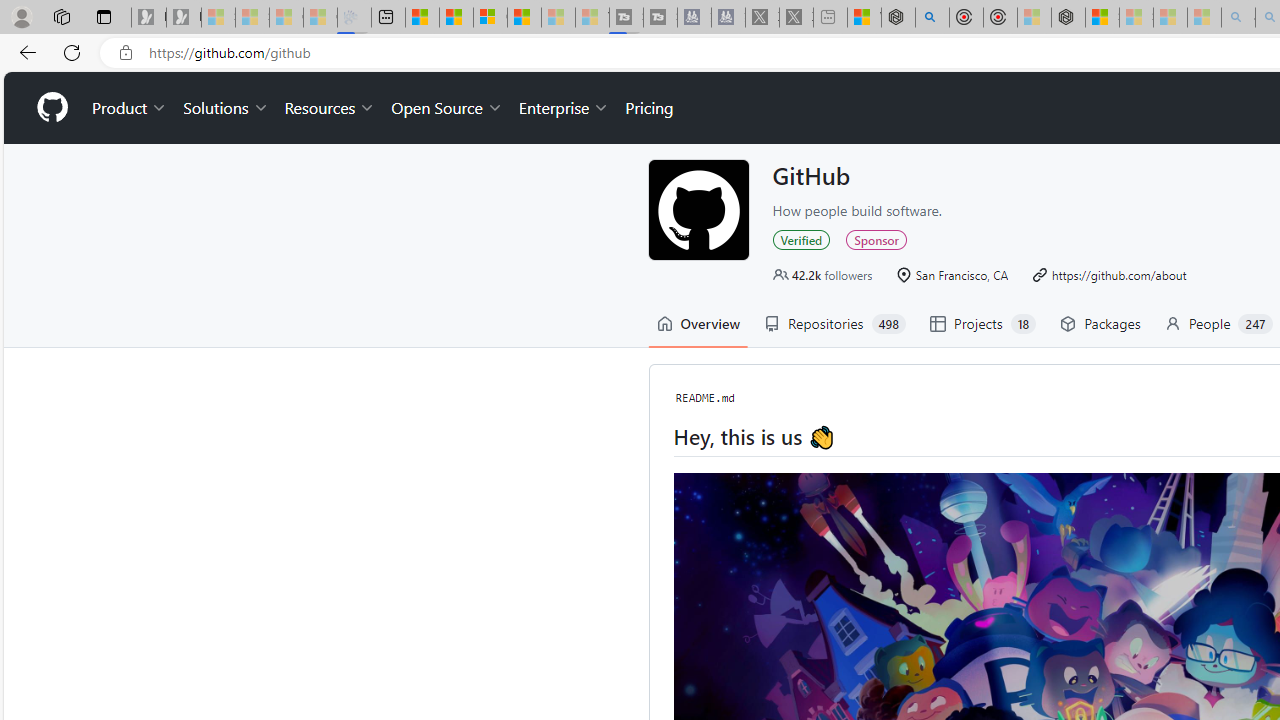 Image resolution: width=1280 pixels, height=720 pixels. I want to click on 'Packages', so click(1099, 323).